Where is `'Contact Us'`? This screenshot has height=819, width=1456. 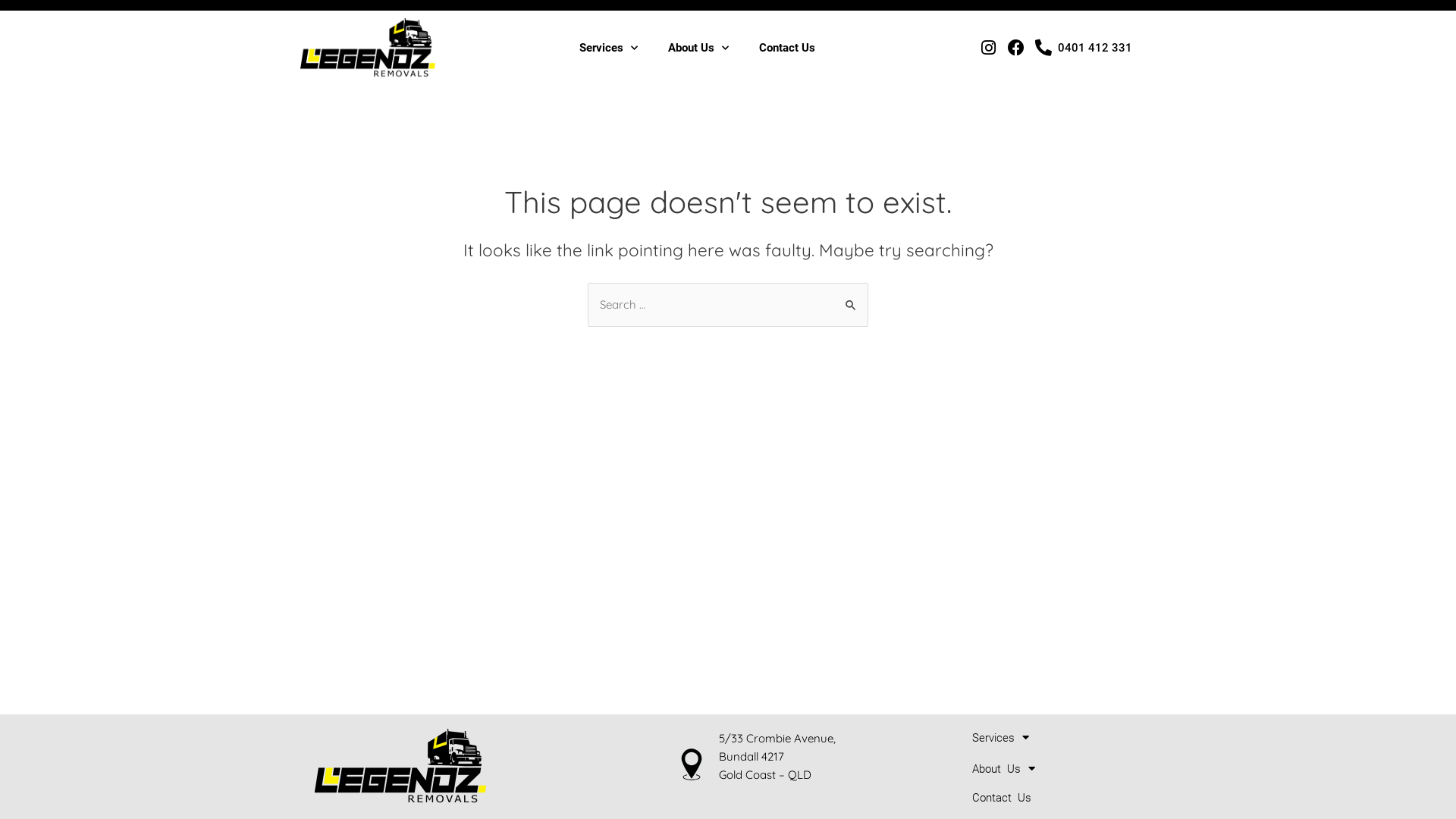
'Contact Us' is located at coordinates (1062, 797).